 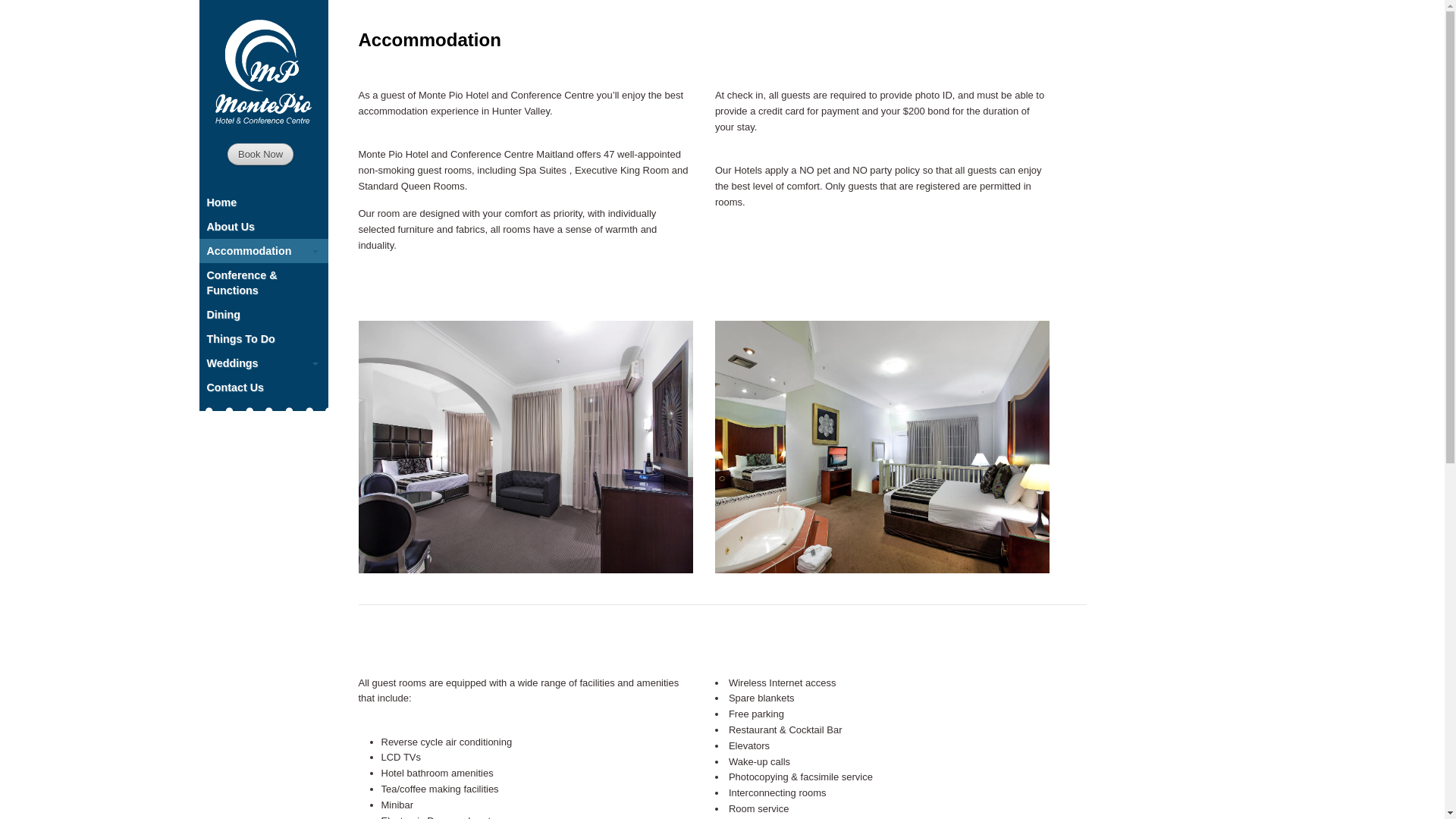 What do you see at coordinates (198, 338) in the screenshot?
I see `'Things To Do'` at bounding box center [198, 338].